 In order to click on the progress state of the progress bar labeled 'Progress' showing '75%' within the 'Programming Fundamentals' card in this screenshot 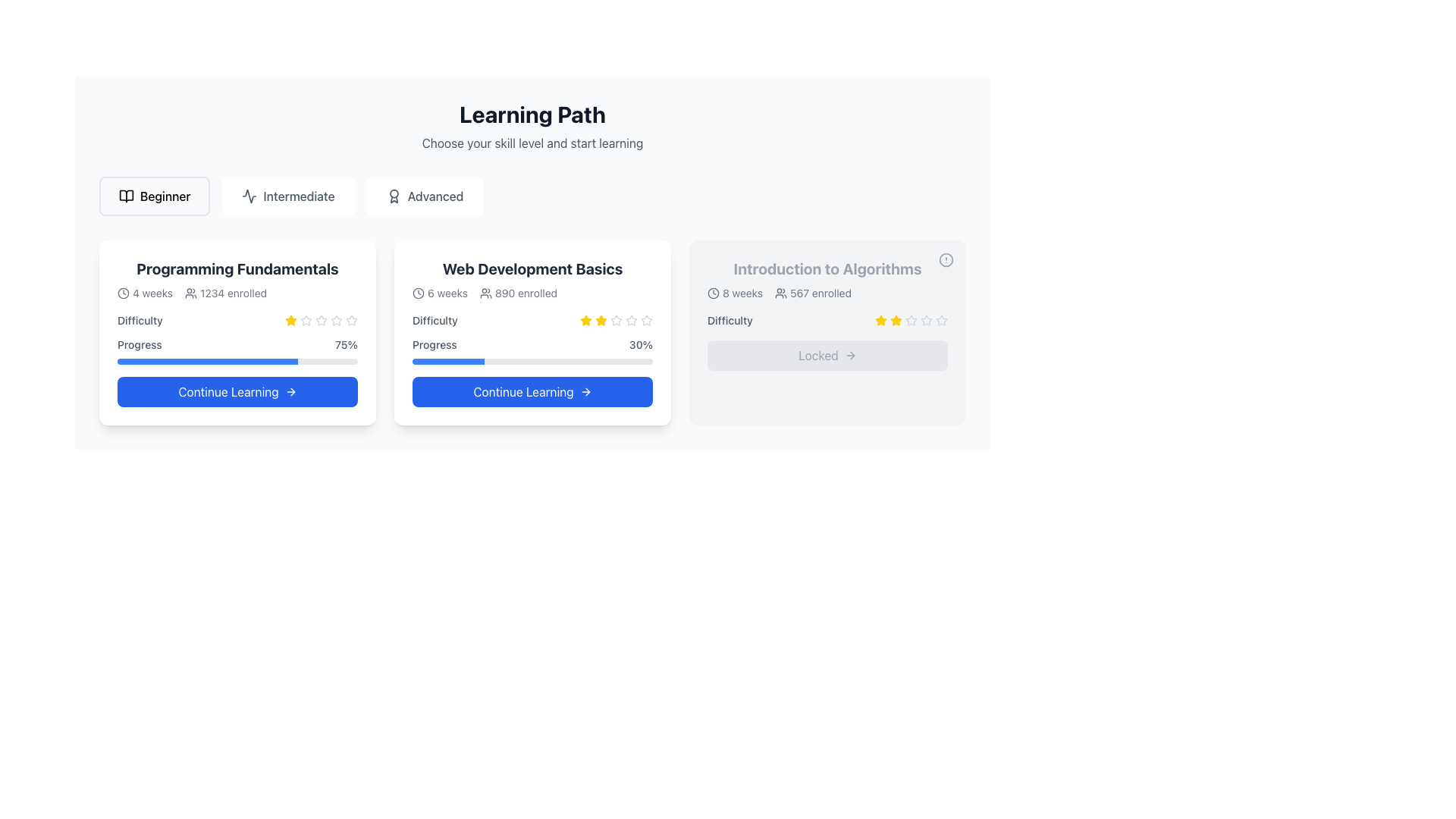, I will do `click(237, 350)`.